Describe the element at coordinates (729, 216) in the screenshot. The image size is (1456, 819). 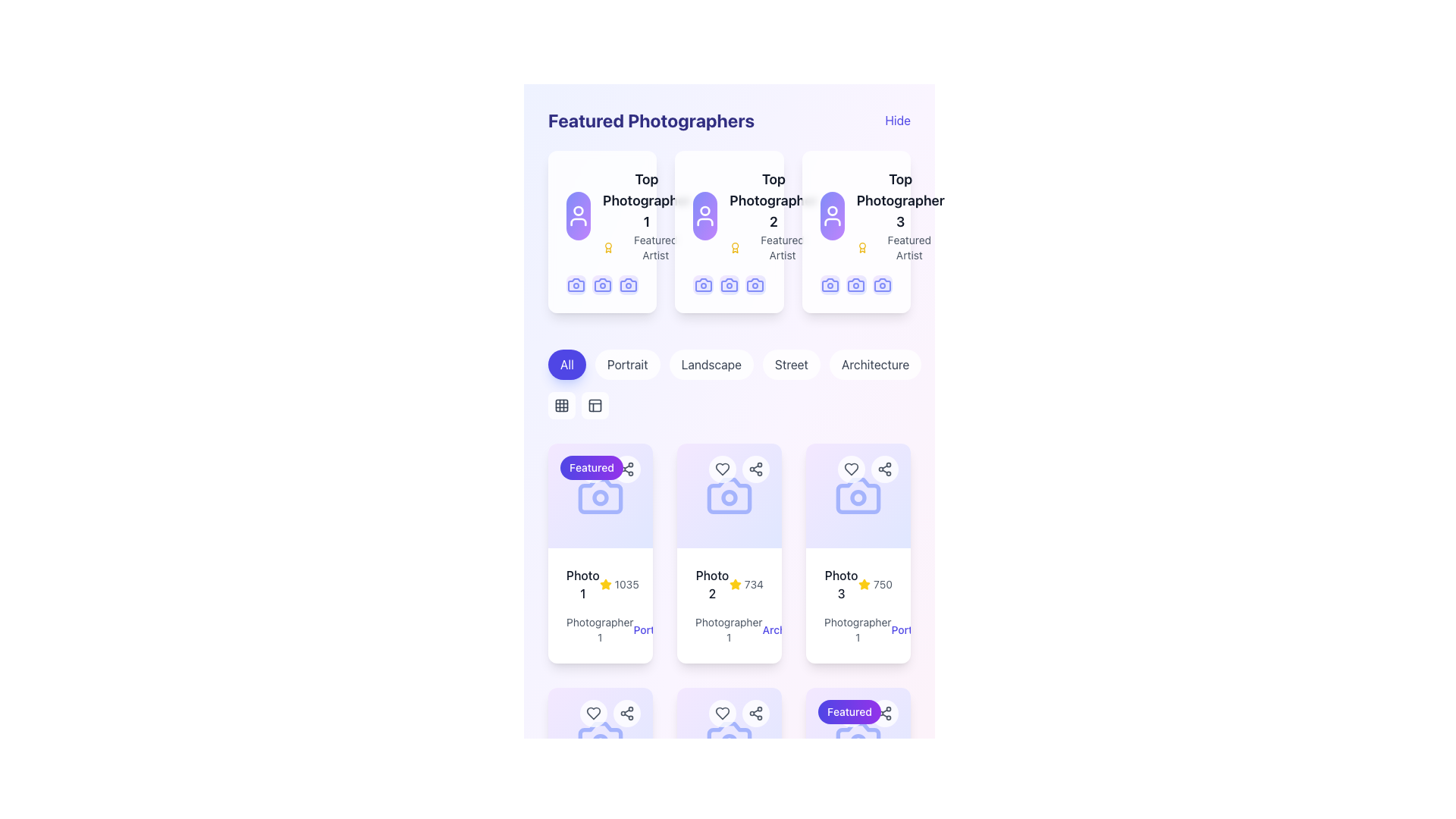
I see `the middle card in the 'Featured Photographers' section that presents a featured photographer's title, description, and accolade` at that location.